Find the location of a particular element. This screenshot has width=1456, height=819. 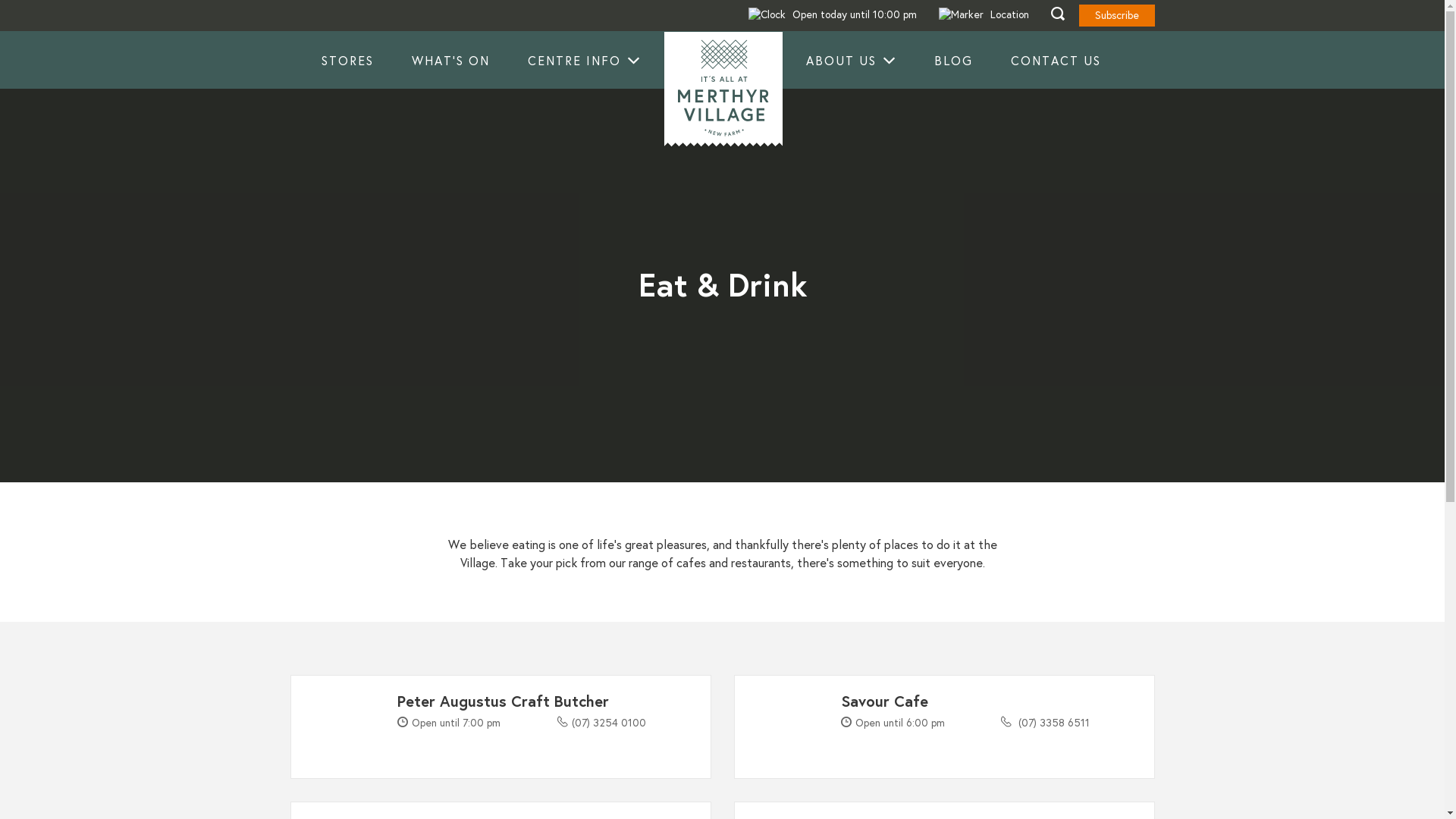

'Location' is located at coordinates (984, 14).